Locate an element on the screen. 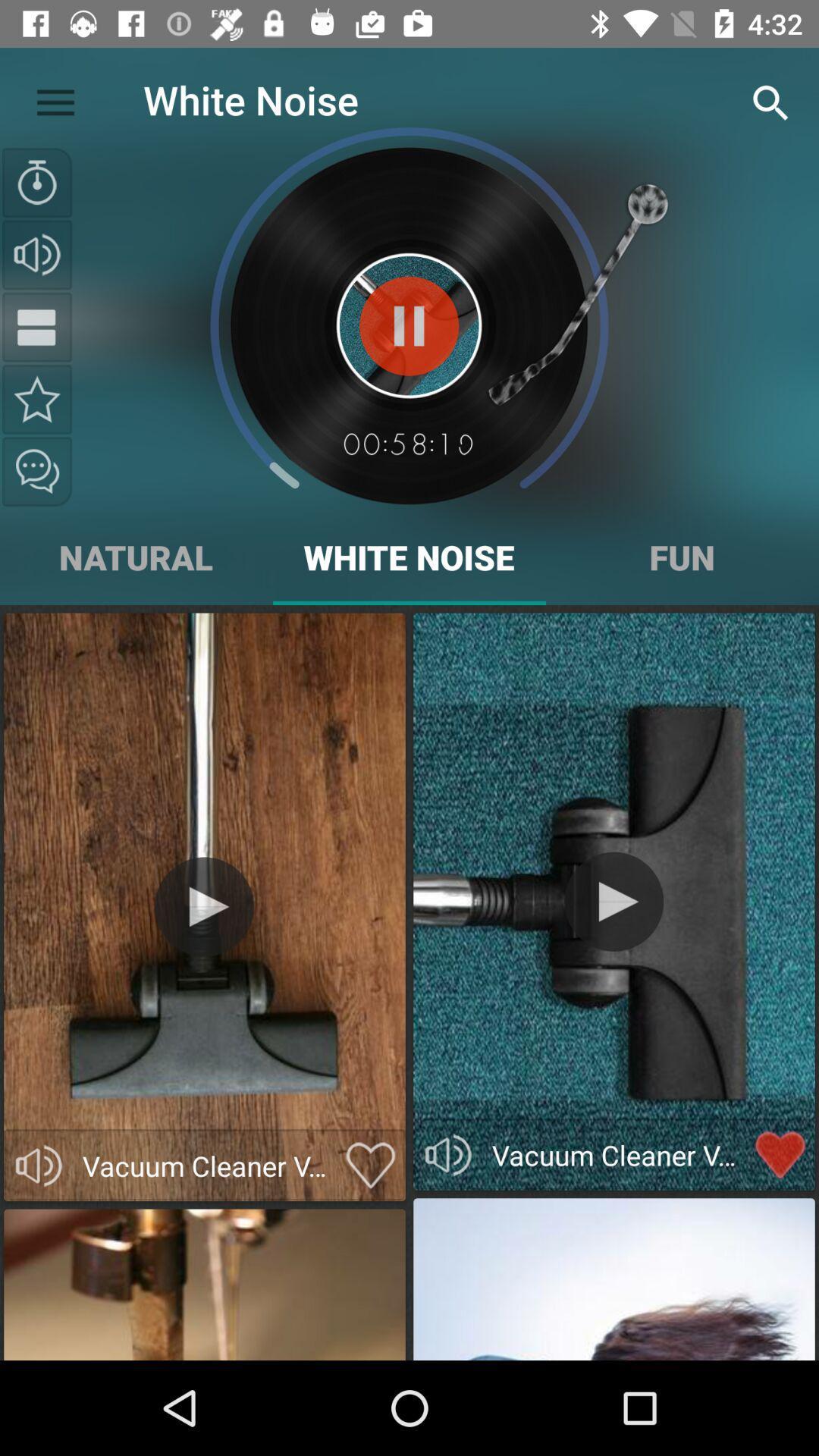 The width and height of the screenshot is (819, 1456). turn up volume is located at coordinates (36, 255).